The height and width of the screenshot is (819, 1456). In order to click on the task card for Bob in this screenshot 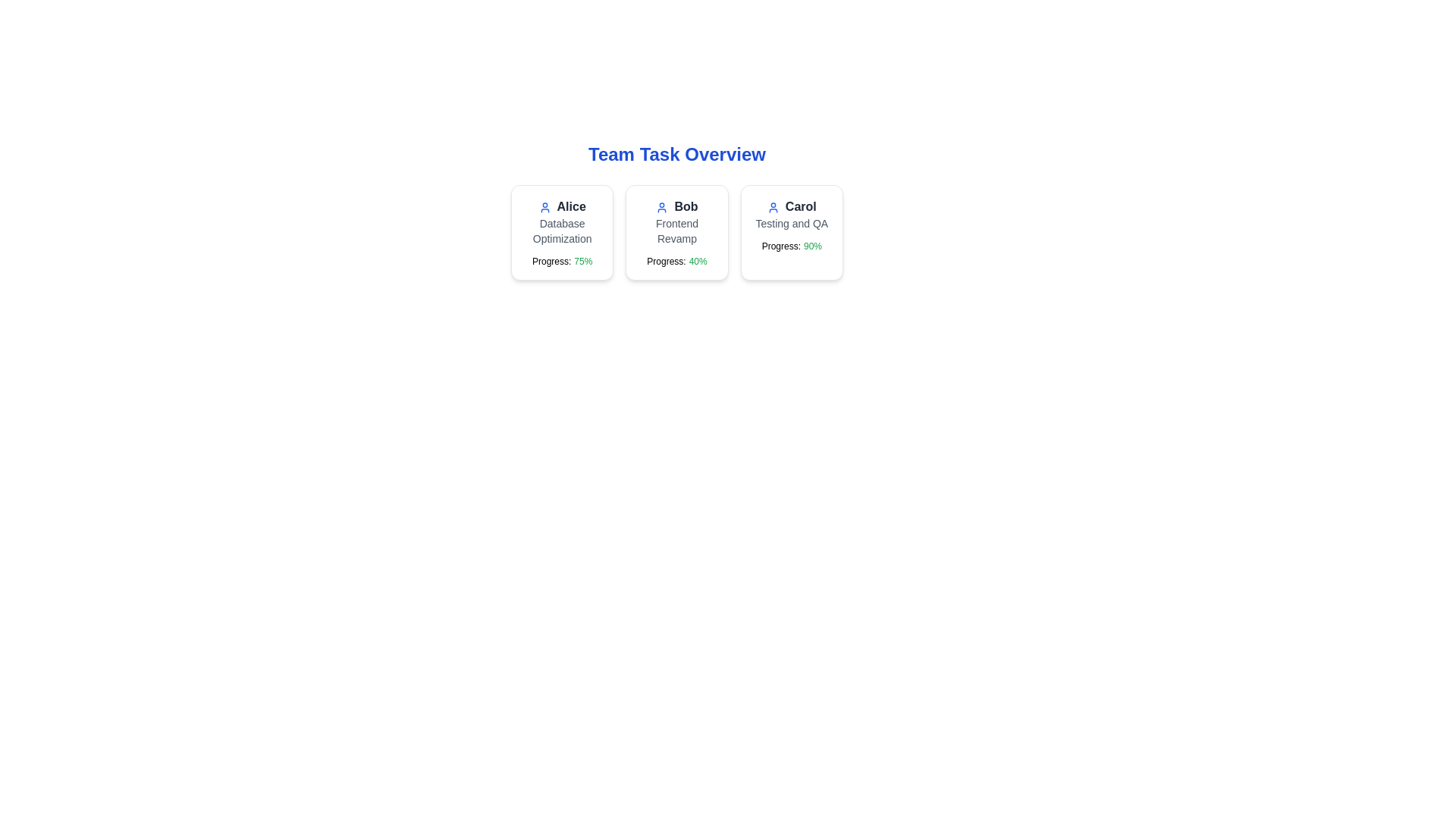, I will do `click(676, 233)`.